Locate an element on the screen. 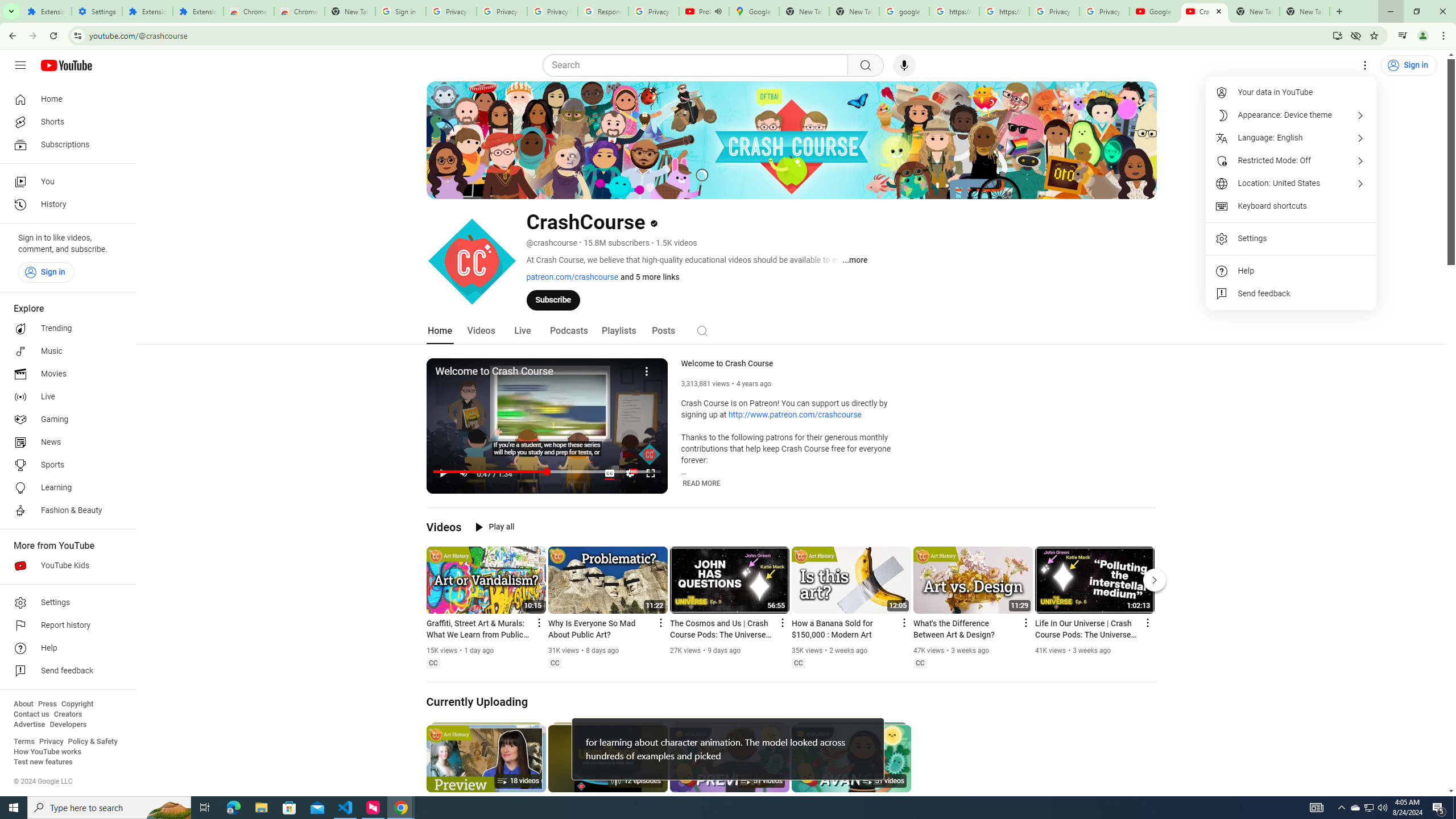 This screenshot has width=1456, height=819. 'Policy & Safety' is located at coordinates (92, 741).